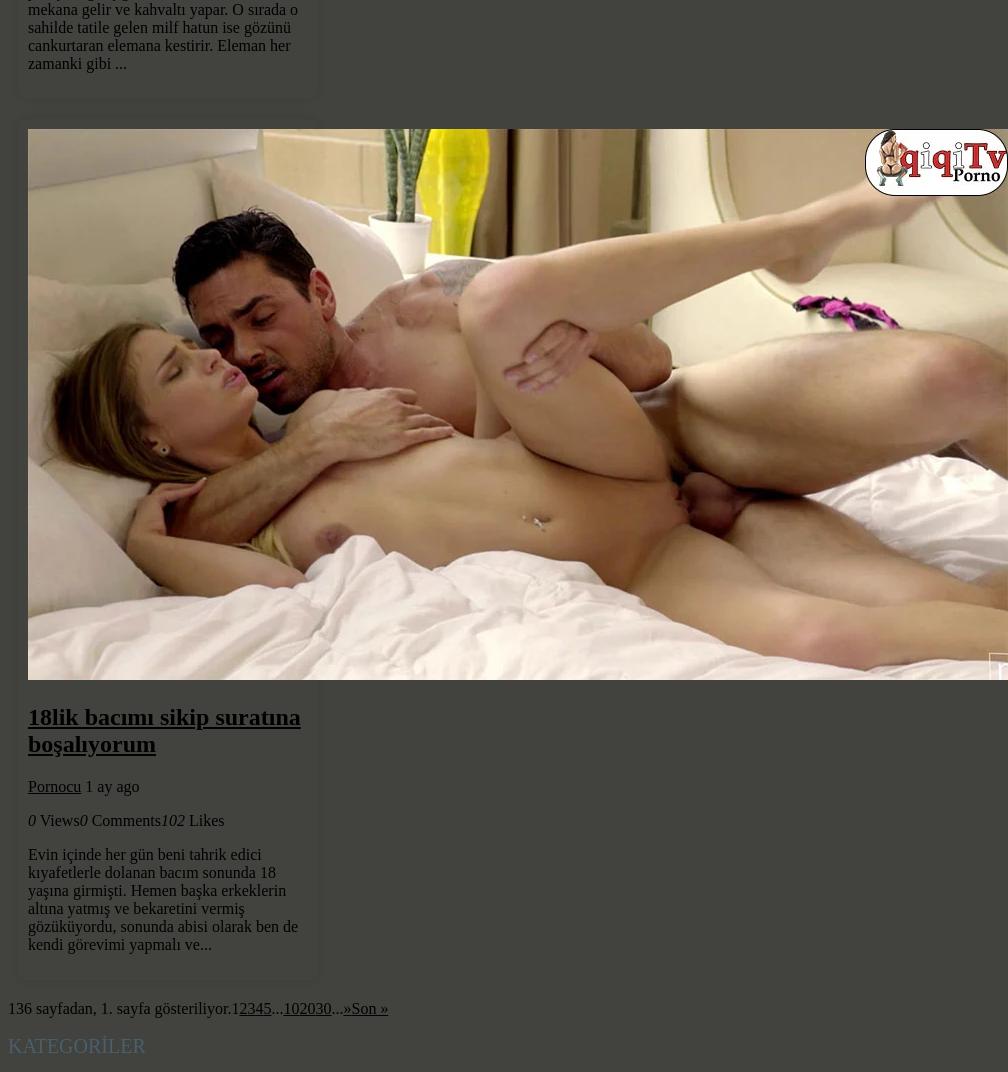 The width and height of the screenshot is (1008, 1072). I want to click on '102', so click(171, 819).